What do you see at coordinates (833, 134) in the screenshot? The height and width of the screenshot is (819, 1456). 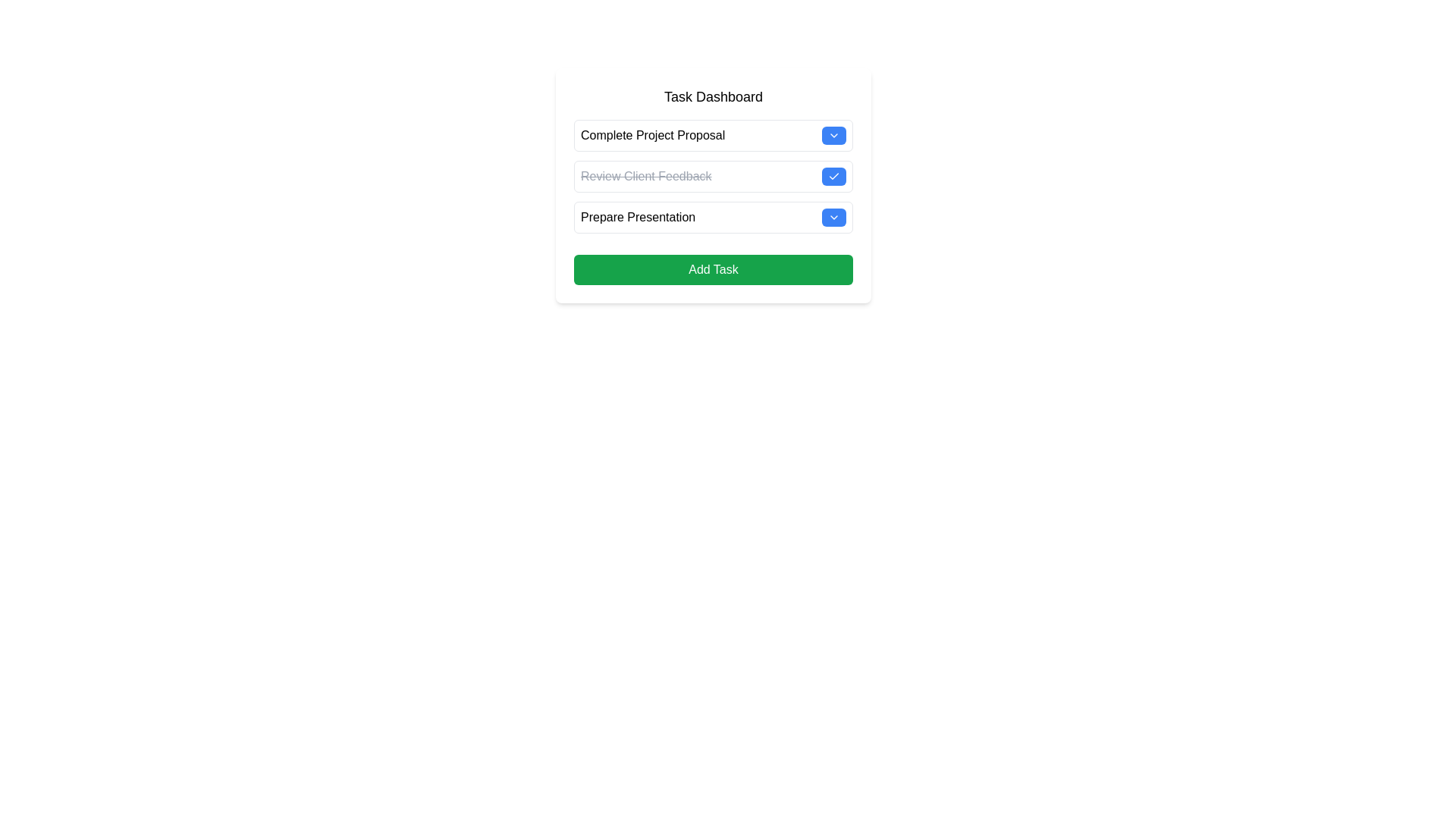 I see `the small downward-pointing chevron icon within the blue circular button on the far right side of the 'Complete Project Proposal' task` at bounding box center [833, 134].